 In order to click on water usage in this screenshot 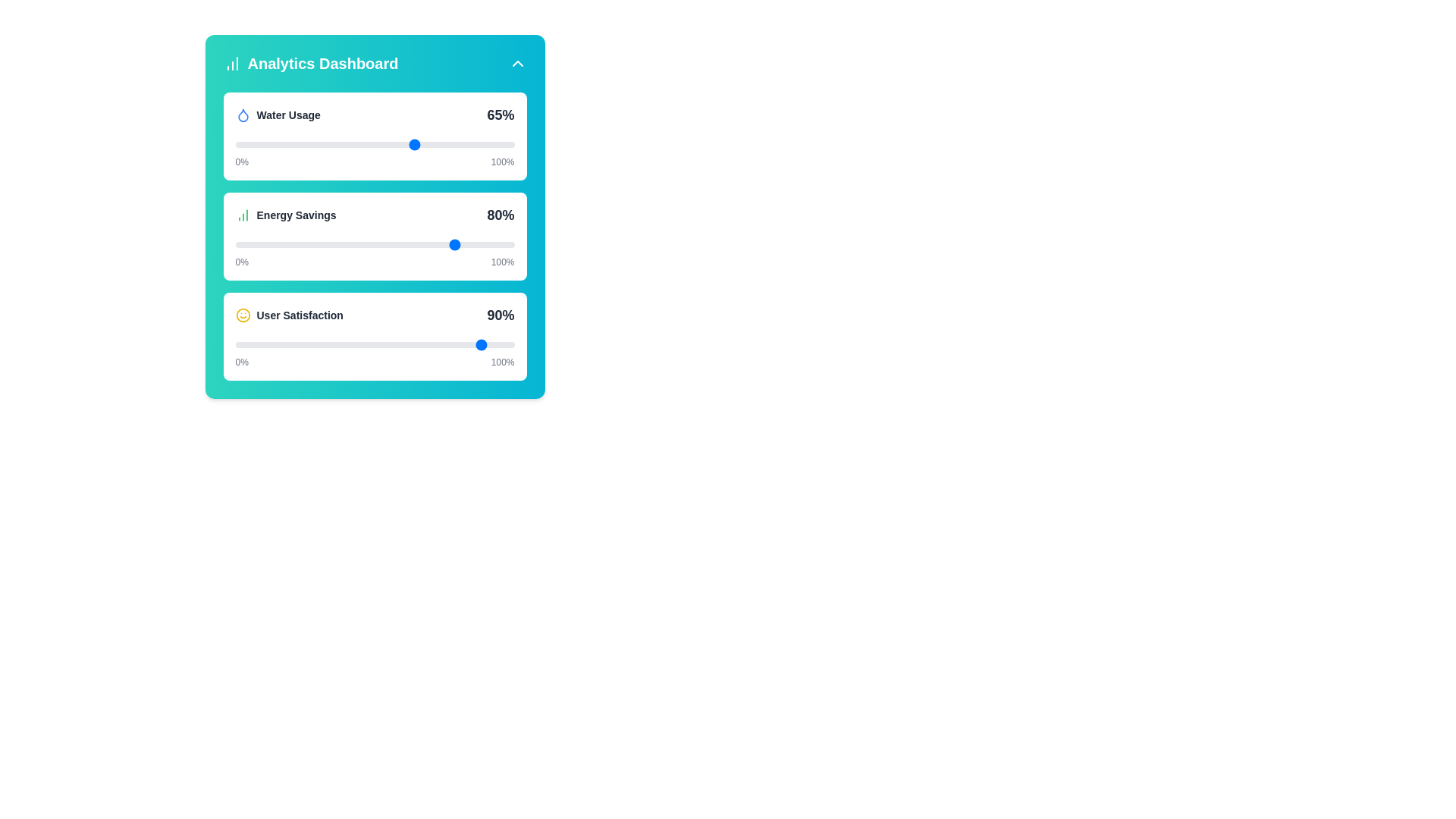, I will do `click(352, 145)`.